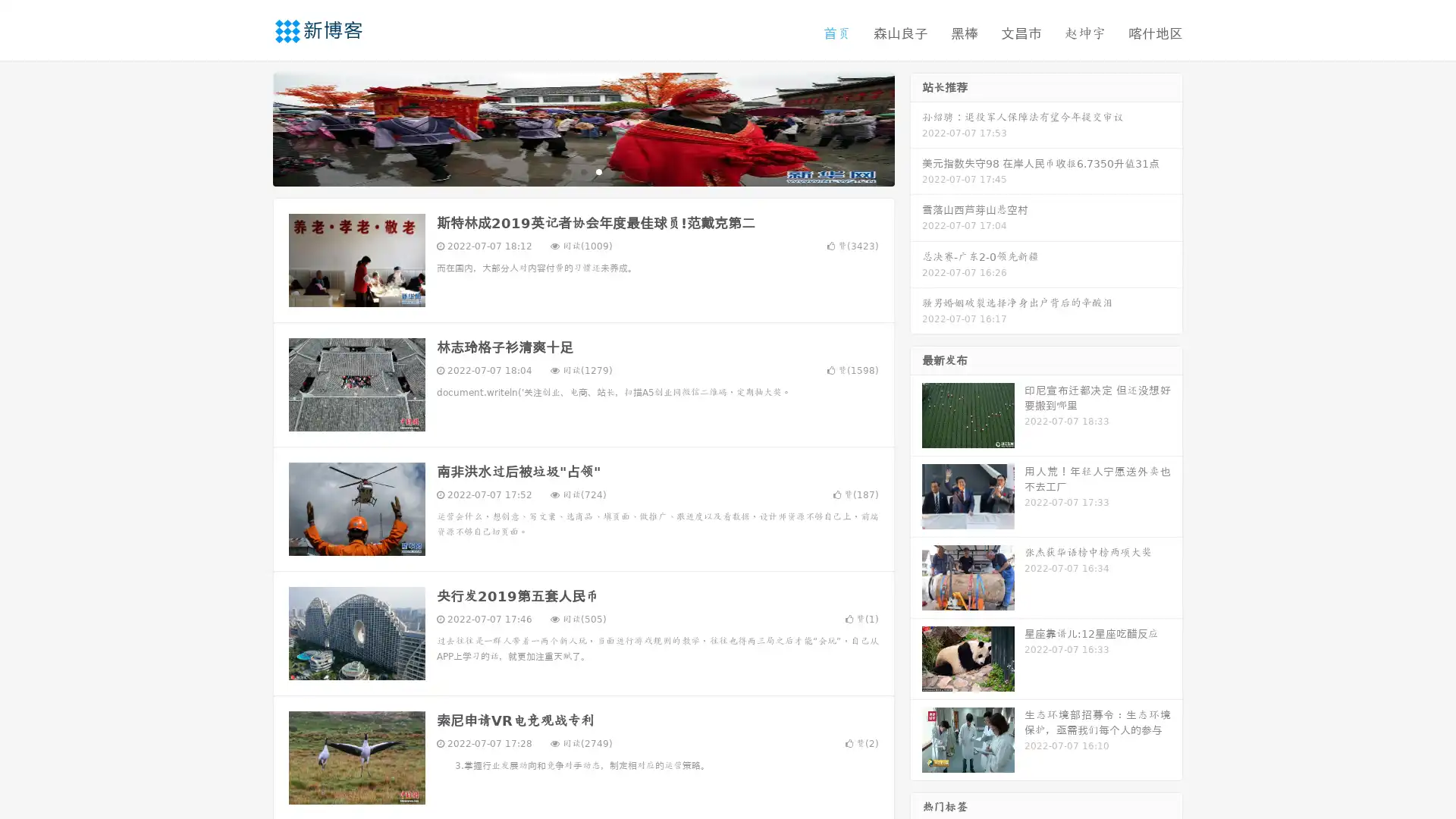 The height and width of the screenshot is (819, 1456). What do you see at coordinates (598, 171) in the screenshot?
I see `Go to slide 3` at bounding box center [598, 171].